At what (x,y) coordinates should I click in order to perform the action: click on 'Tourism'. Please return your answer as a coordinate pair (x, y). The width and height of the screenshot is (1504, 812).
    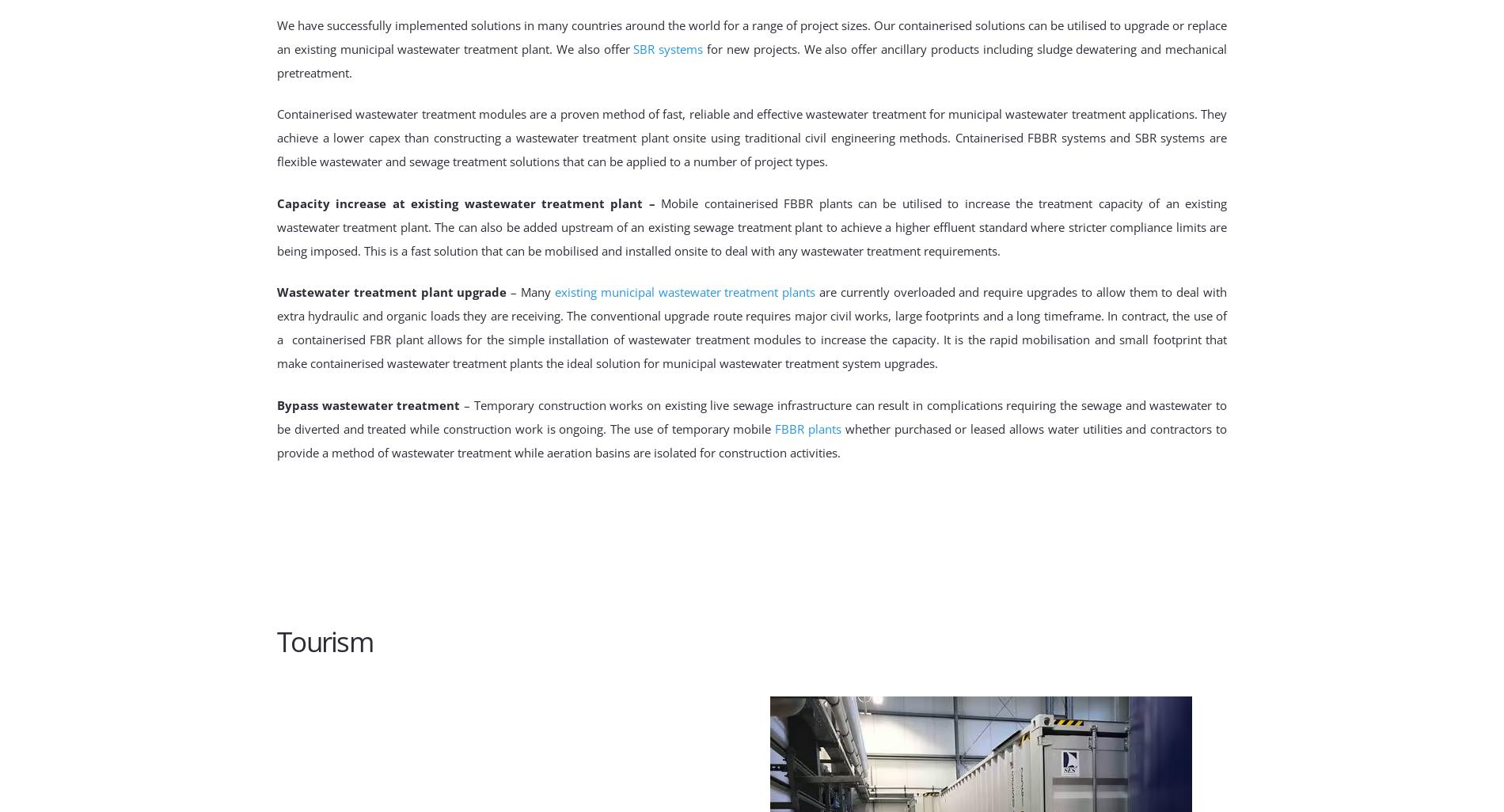
    Looking at the image, I should click on (324, 639).